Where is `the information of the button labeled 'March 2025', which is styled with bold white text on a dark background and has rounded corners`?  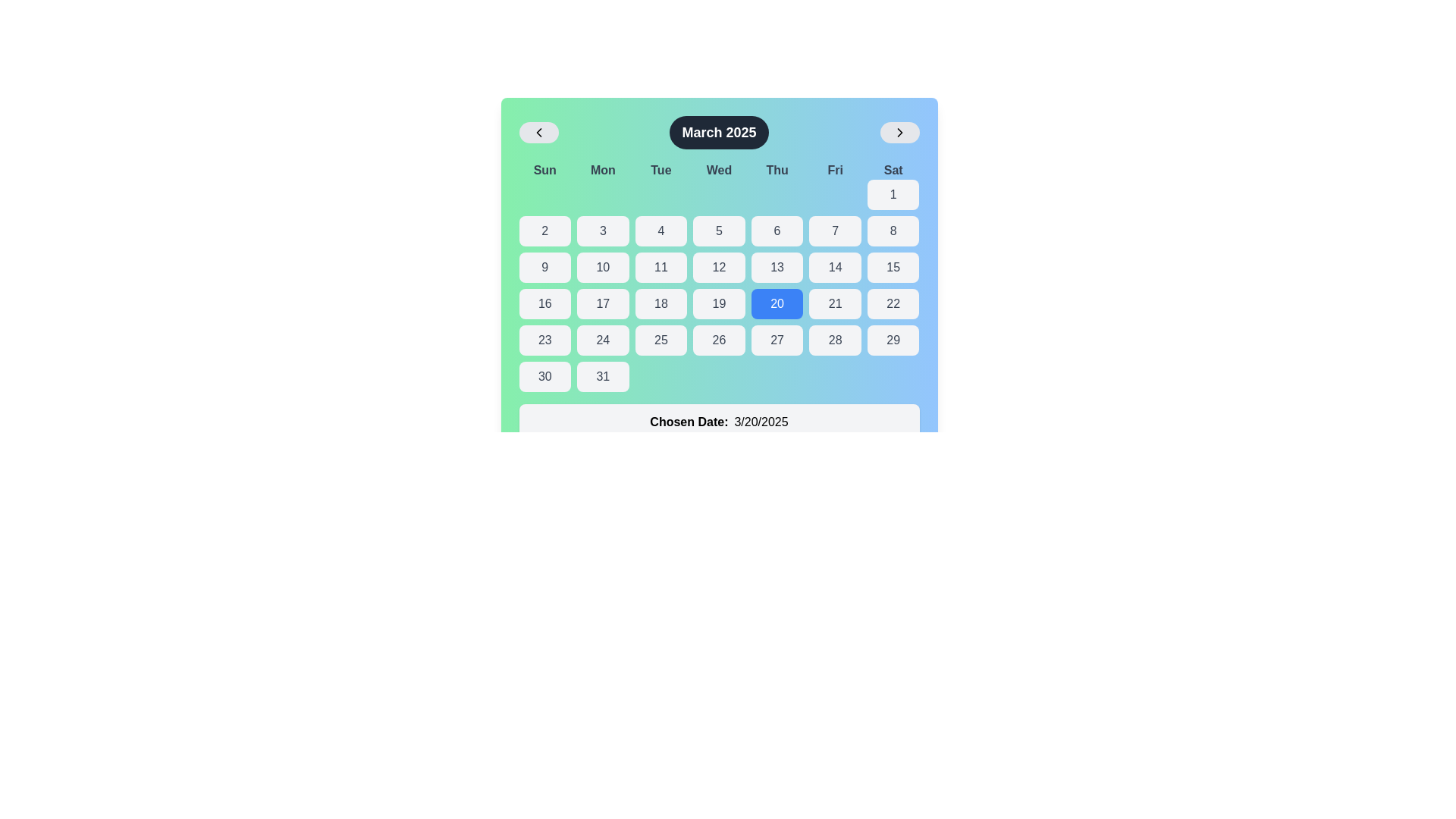 the information of the button labeled 'March 2025', which is styled with bold white text on a dark background and has rounded corners is located at coordinates (718, 131).